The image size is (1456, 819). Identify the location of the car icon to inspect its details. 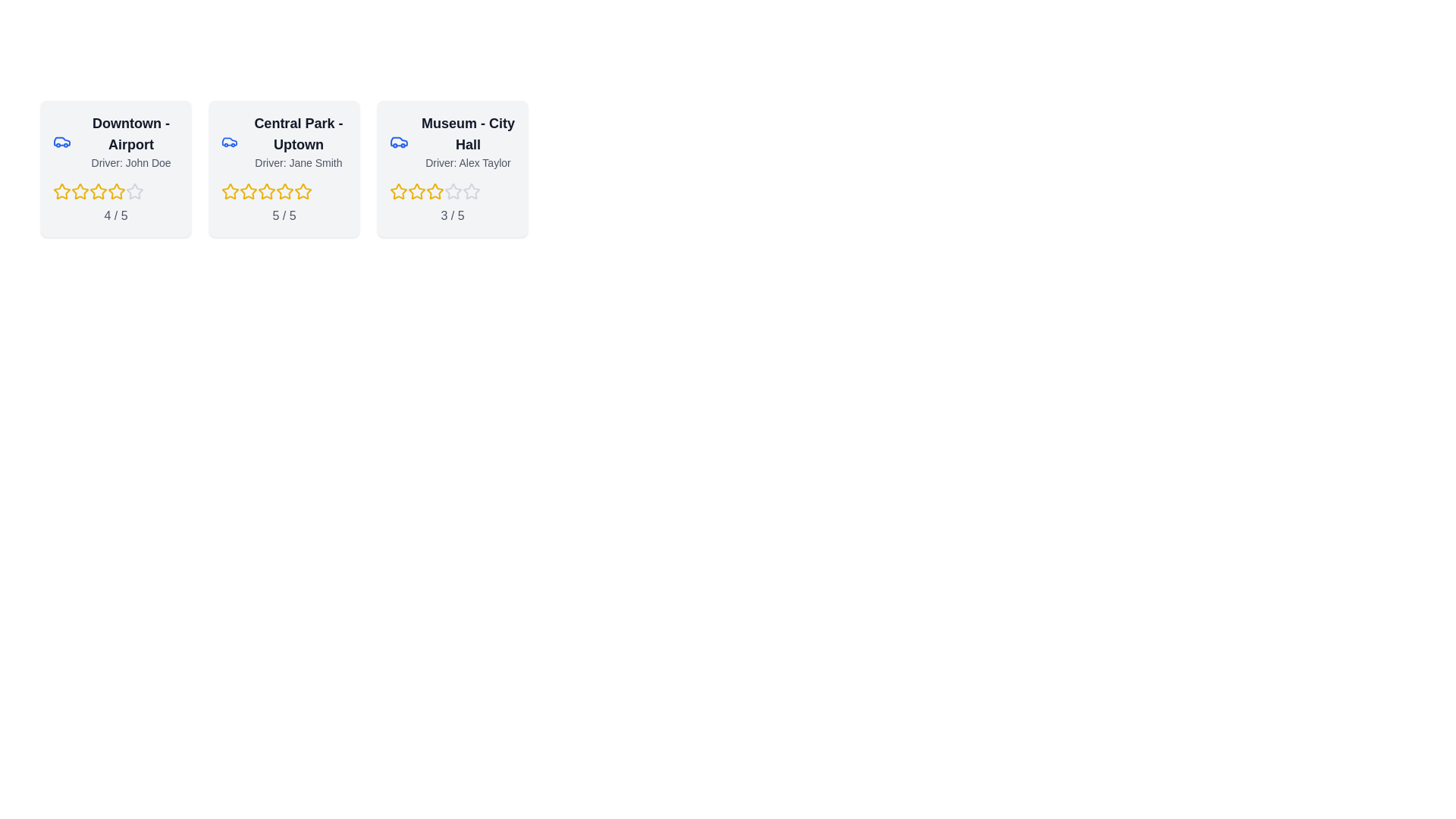
(61, 141).